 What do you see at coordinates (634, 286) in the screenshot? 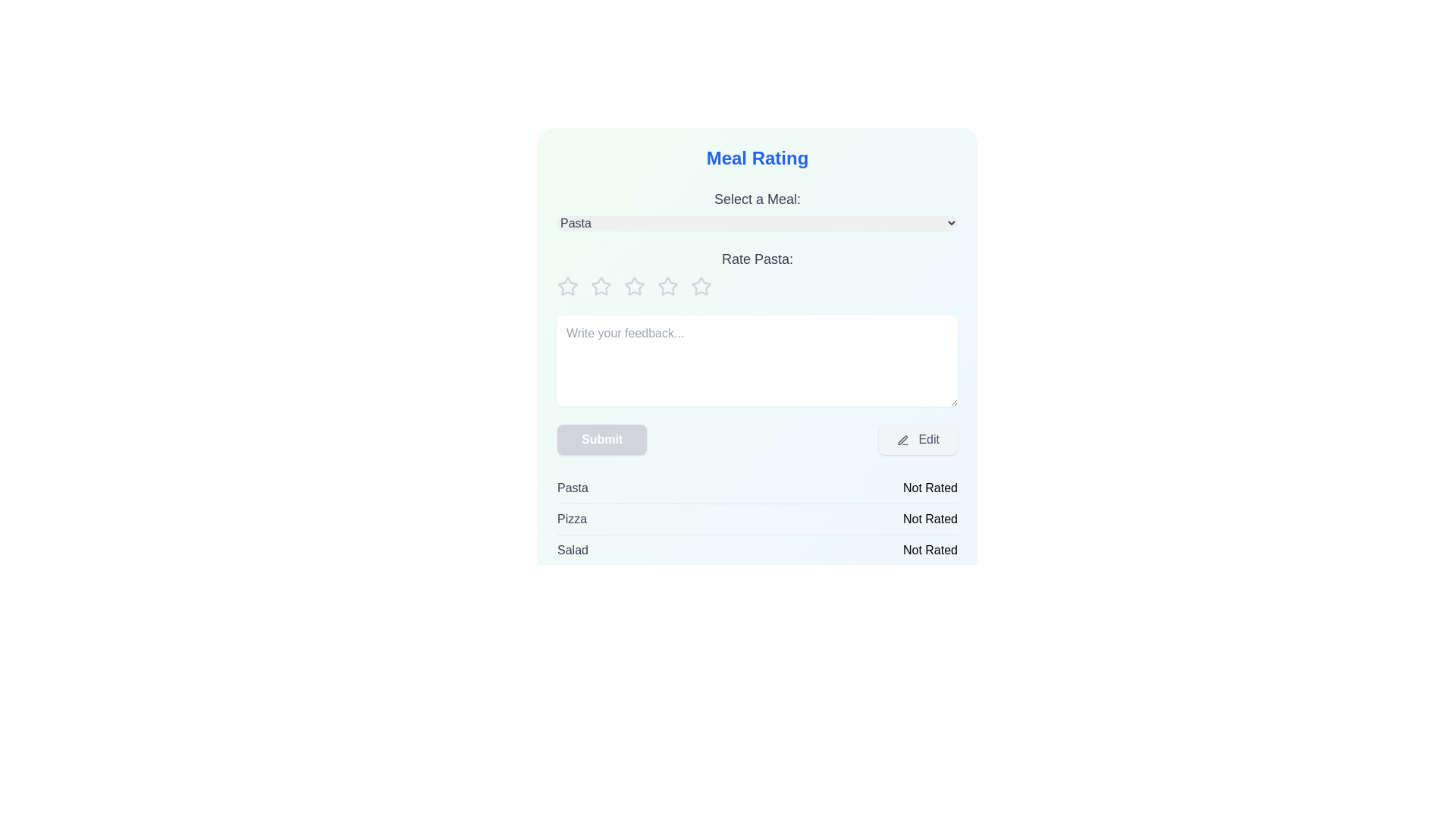
I see `the second star icon in the rating system for the meal 'Pasta'` at bounding box center [634, 286].